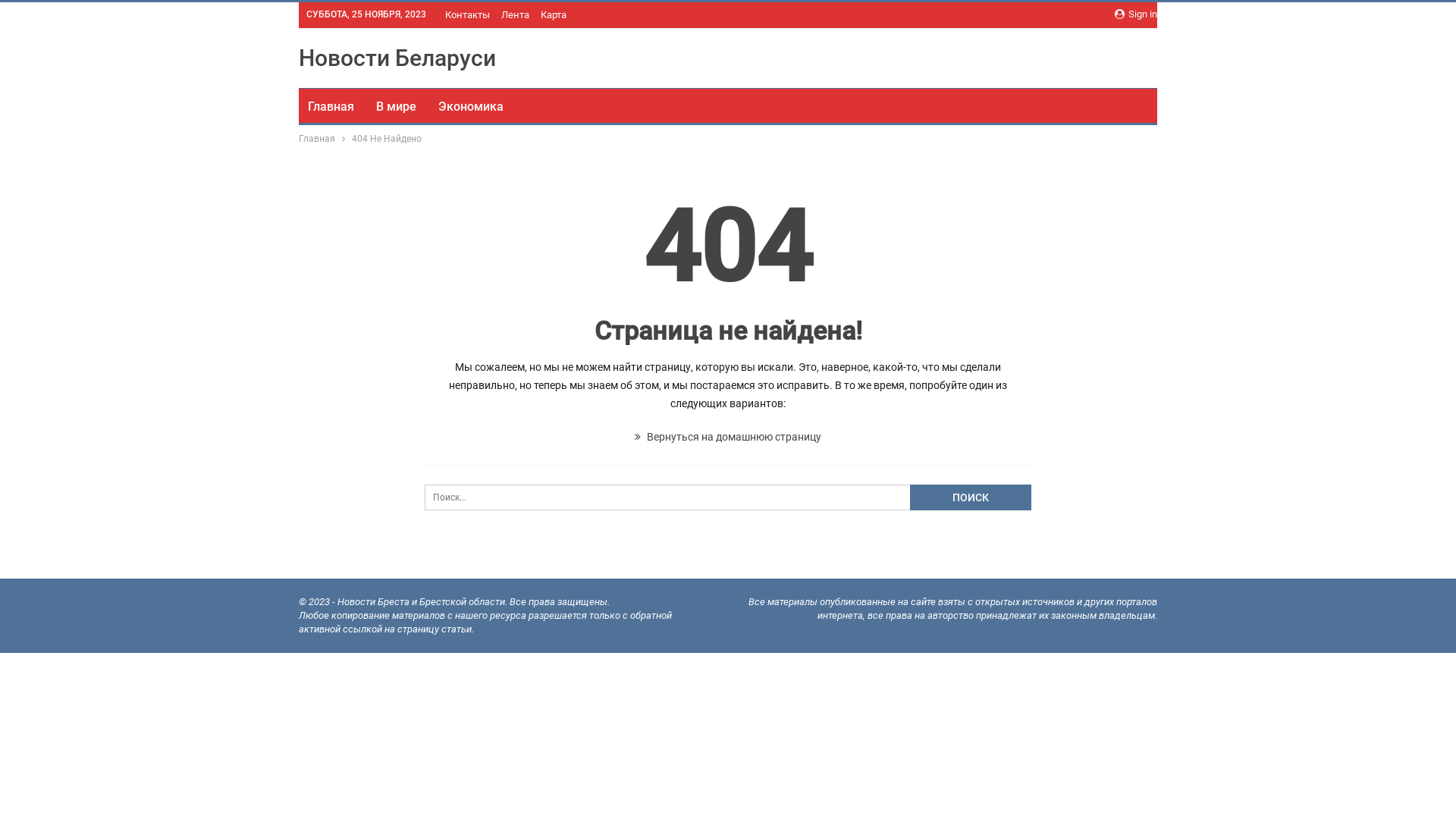 This screenshot has width=1456, height=819. What do you see at coordinates (1135, 14) in the screenshot?
I see `'Sign in'` at bounding box center [1135, 14].